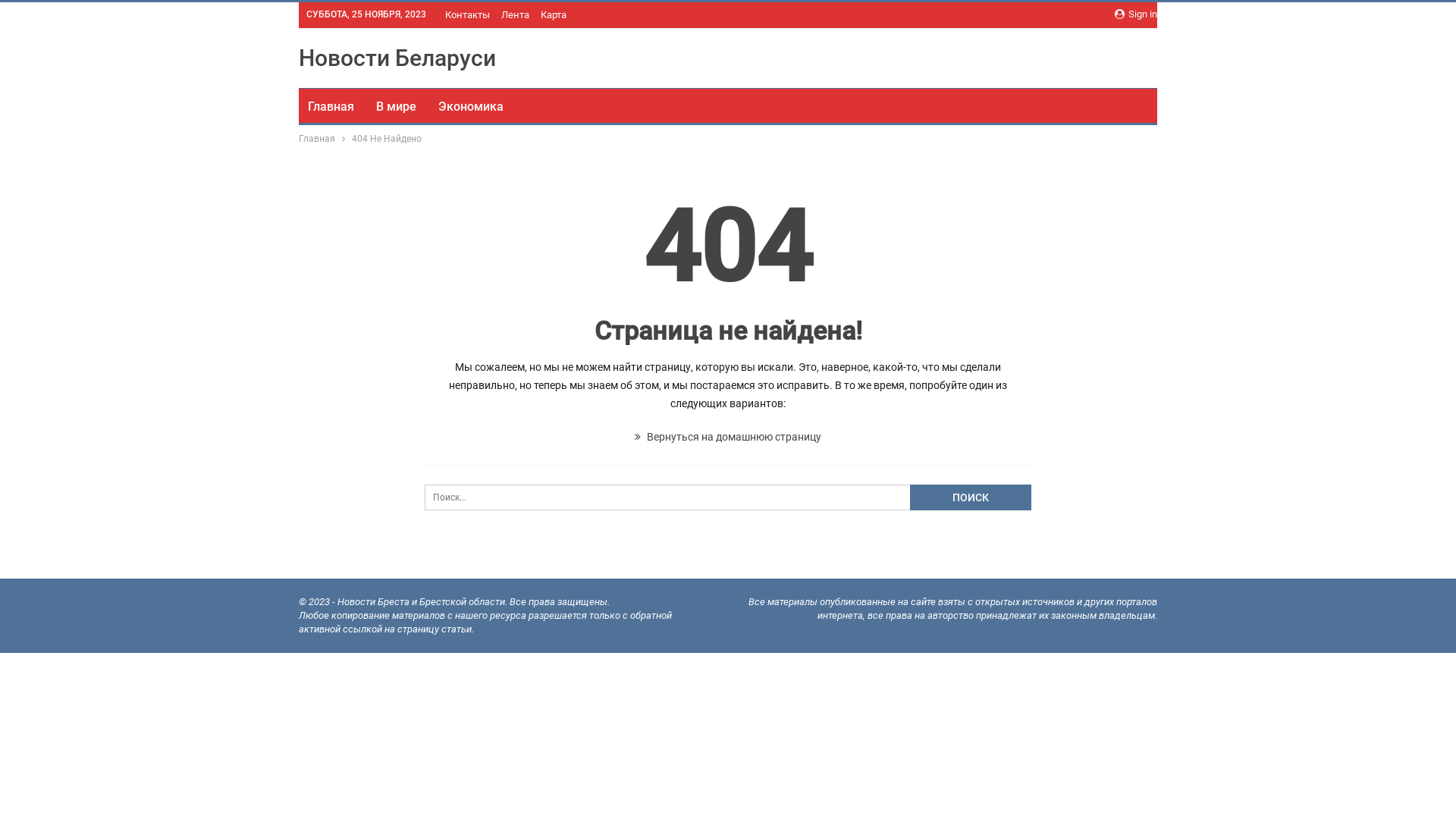 This screenshot has width=1456, height=819. What do you see at coordinates (1135, 14) in the screenshot?
I see `'Sign in'` at bounding box center [1135, 14].